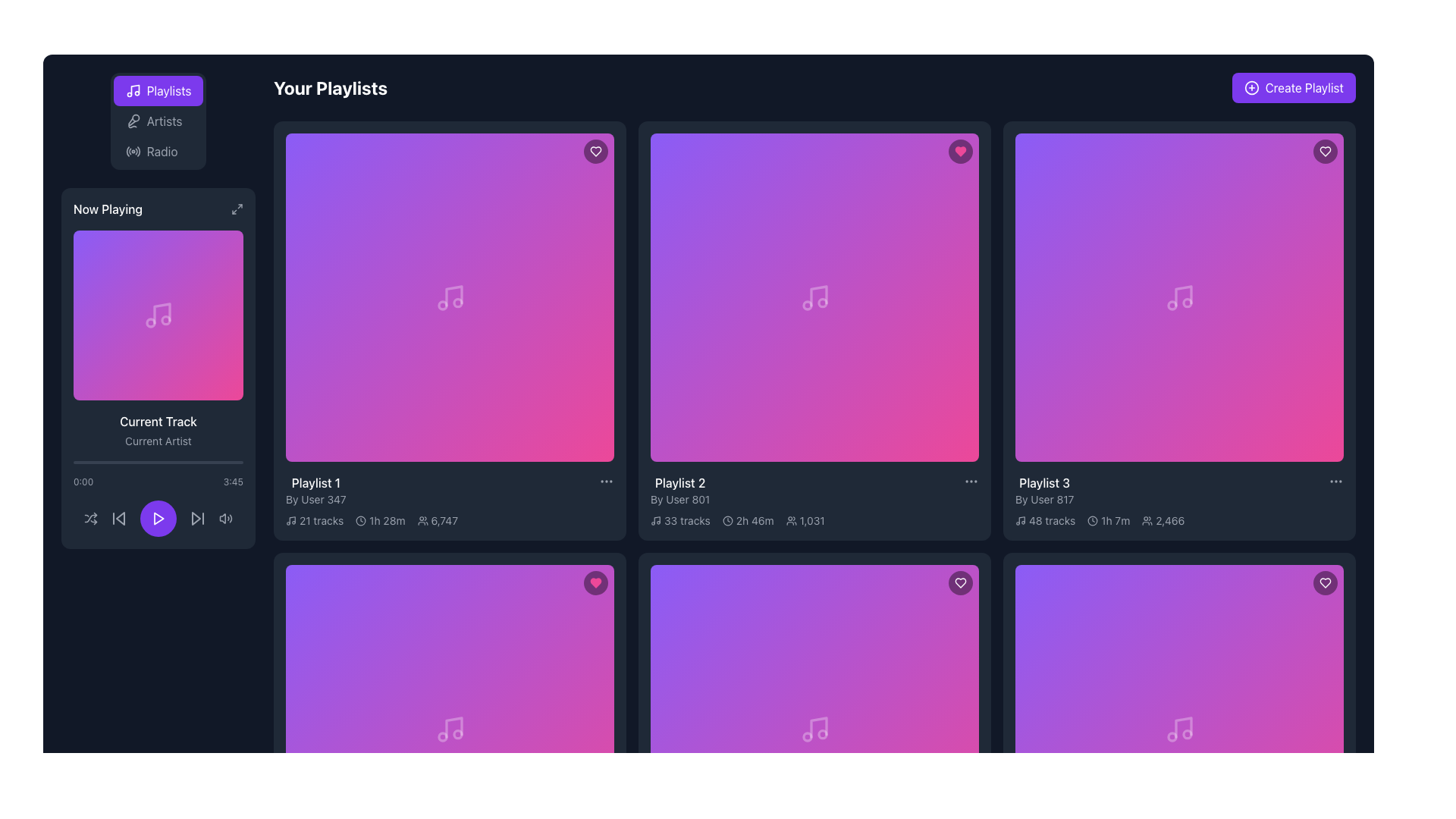 The image size is (1456, 819). I want to click on the Play Button, which is a circular button with a purple background and a white triangular play icon located in the center of the playback controls bar below the 'Current Track' information display, so click(158, 517).